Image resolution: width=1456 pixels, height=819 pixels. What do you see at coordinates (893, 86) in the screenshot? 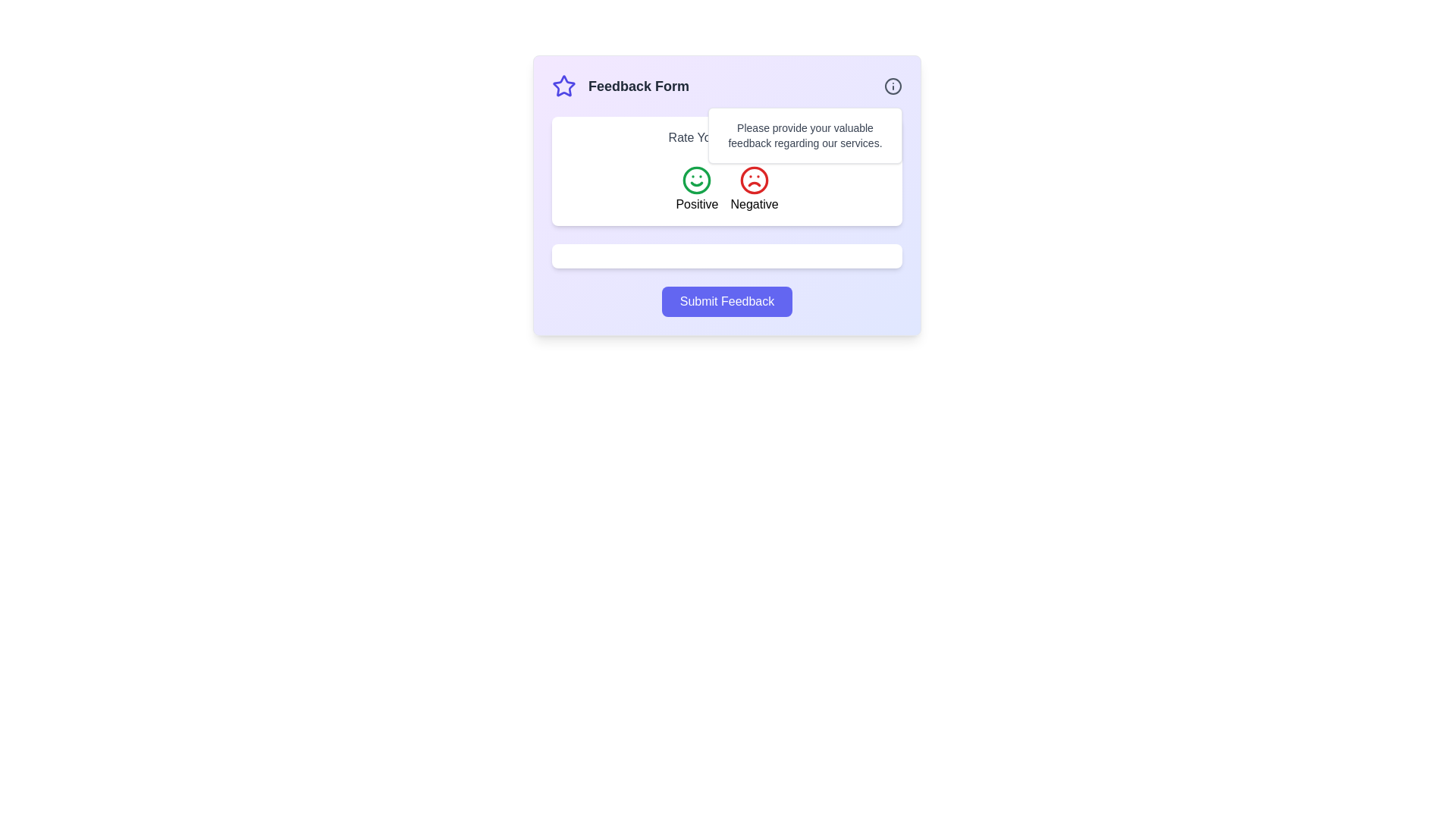
I see `the informational icon located at the top-right corner of the feedback form panel` at bounding box center [893, 86].